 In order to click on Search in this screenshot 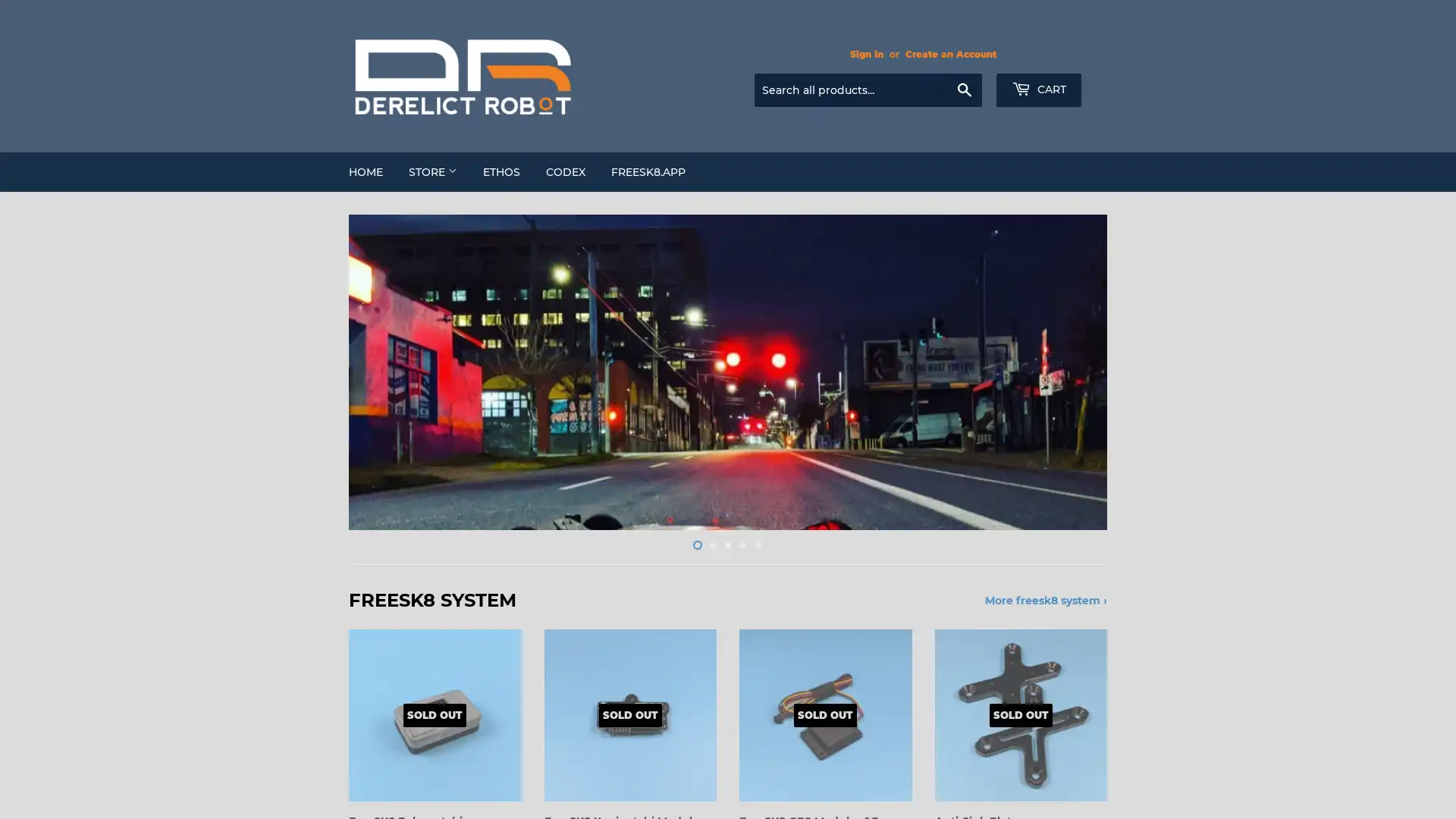, I will do `click(963, 90)`.